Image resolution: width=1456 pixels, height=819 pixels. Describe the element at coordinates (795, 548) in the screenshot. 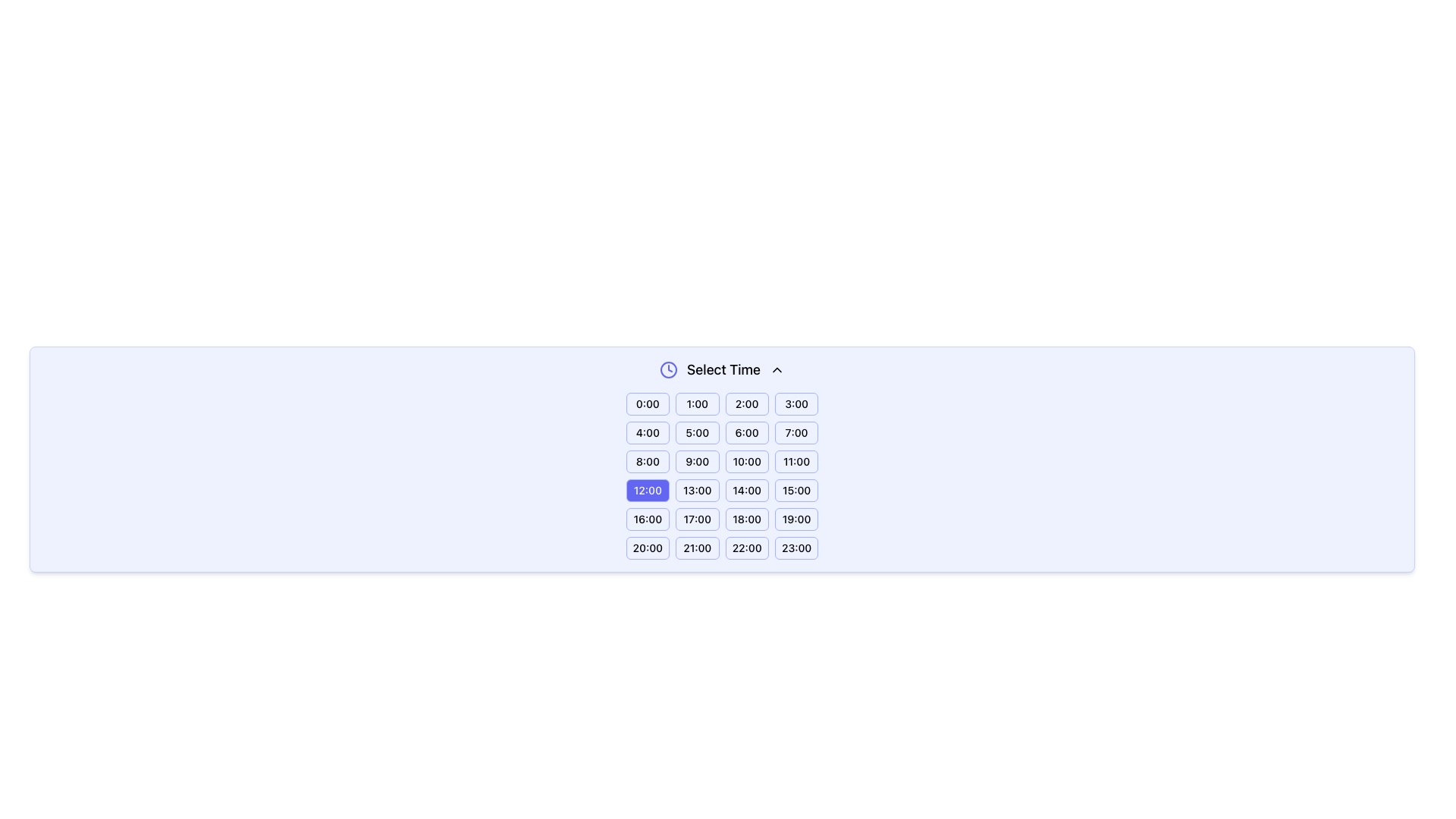

I see `the button displaying '23:00', which is a rounded rectangular button located in the bottom-right corner of the grid` at that location.